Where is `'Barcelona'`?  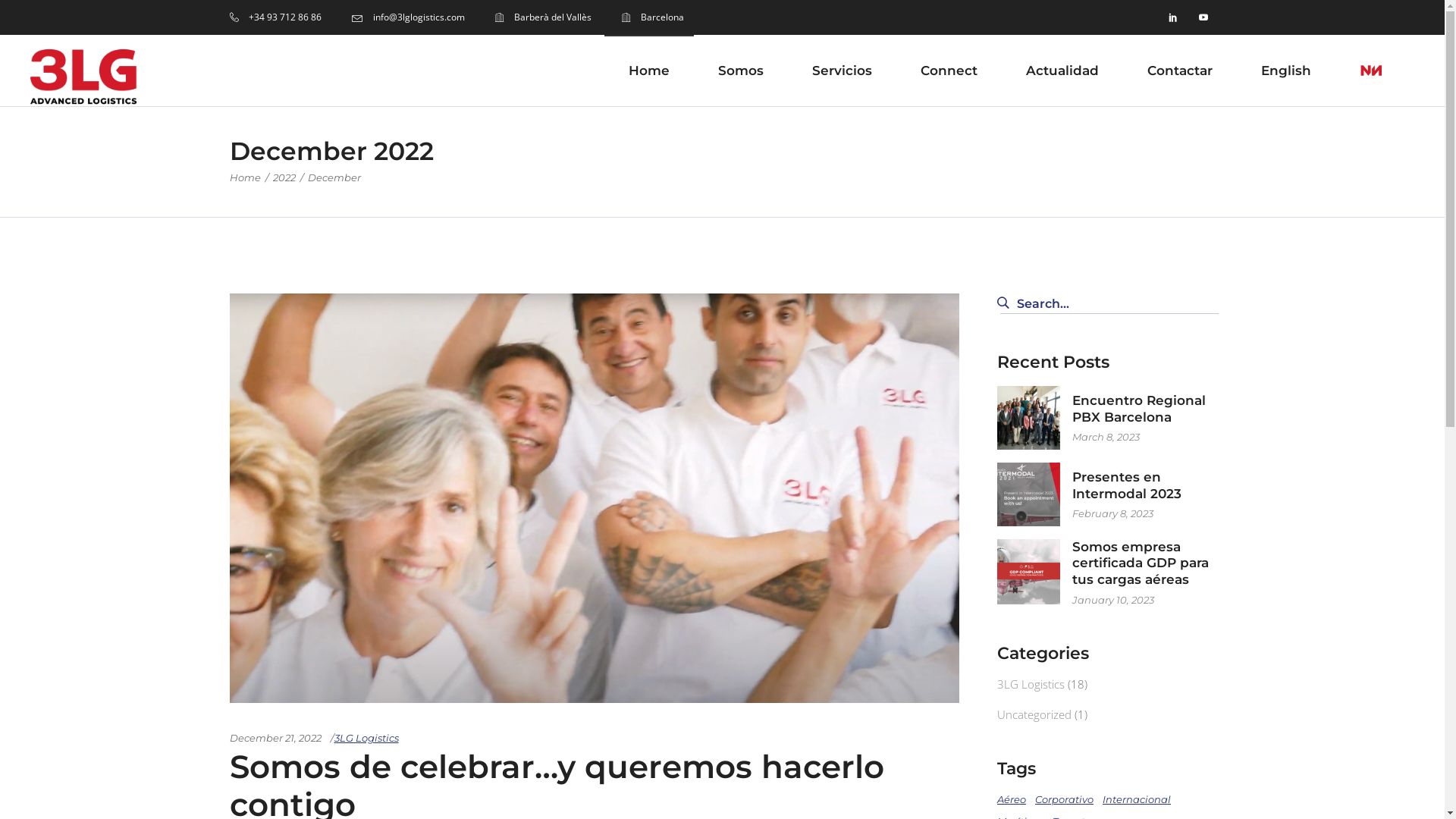 'Barcelona' is located at coordinates (652, 17).